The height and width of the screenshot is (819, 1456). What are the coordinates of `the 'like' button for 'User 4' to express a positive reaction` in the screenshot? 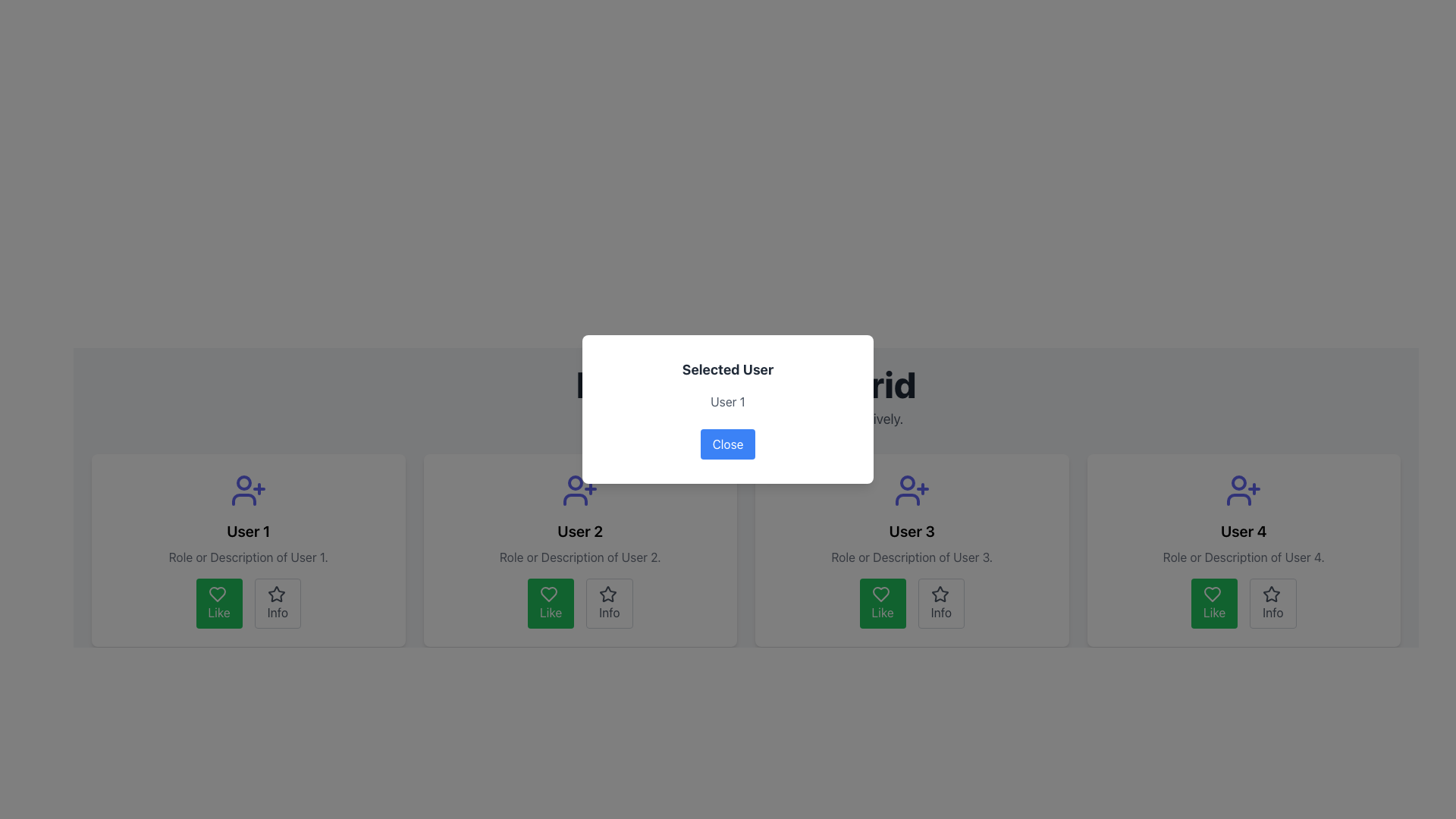 It's located at (1214, 602).